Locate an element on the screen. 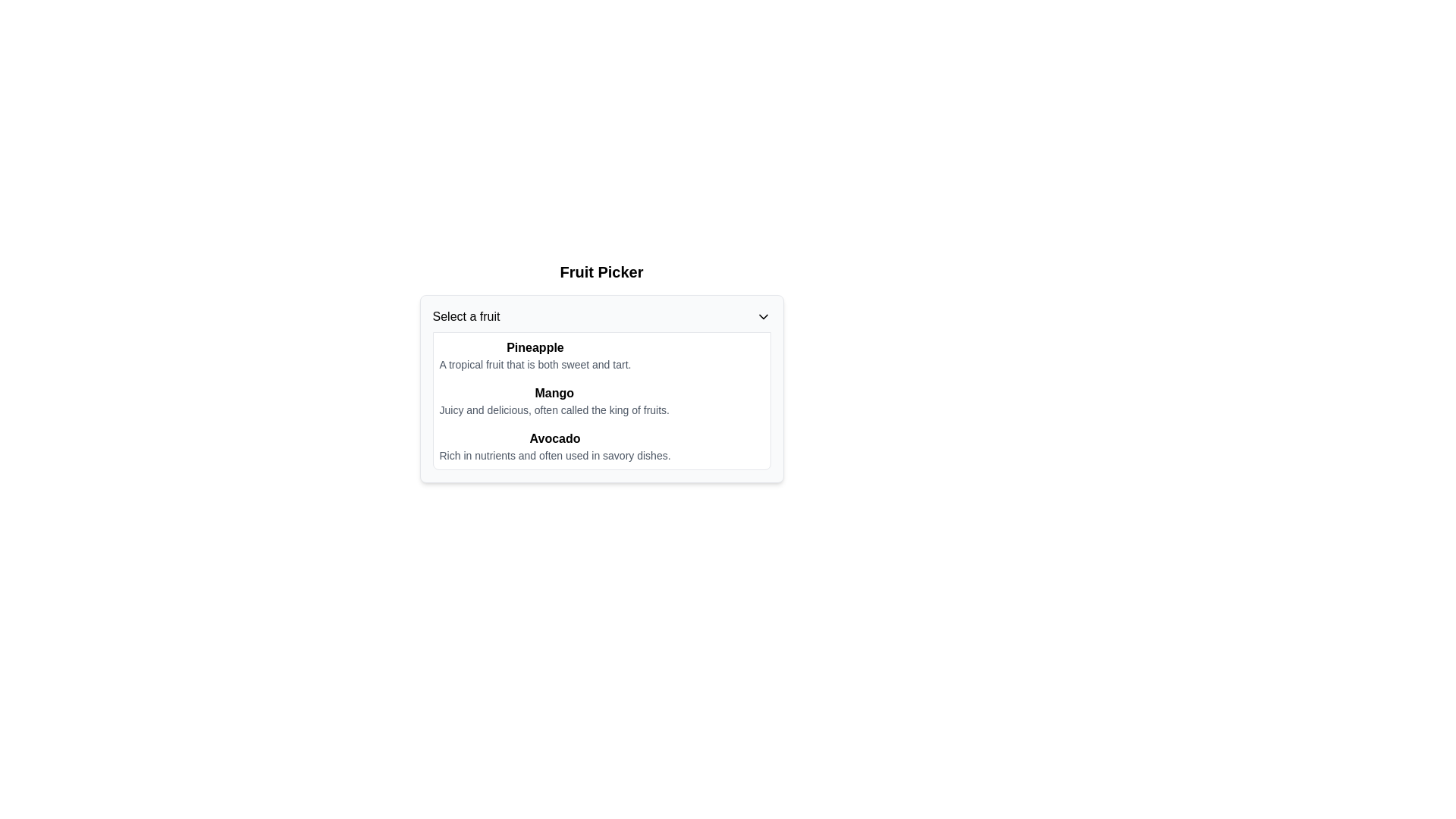 This screenshot has height=819, width=1456. the descriptive text label for the item 'Mango' that is located underneath the title 'Mango' in the middle section of the card is located at coordinates (554, 409).